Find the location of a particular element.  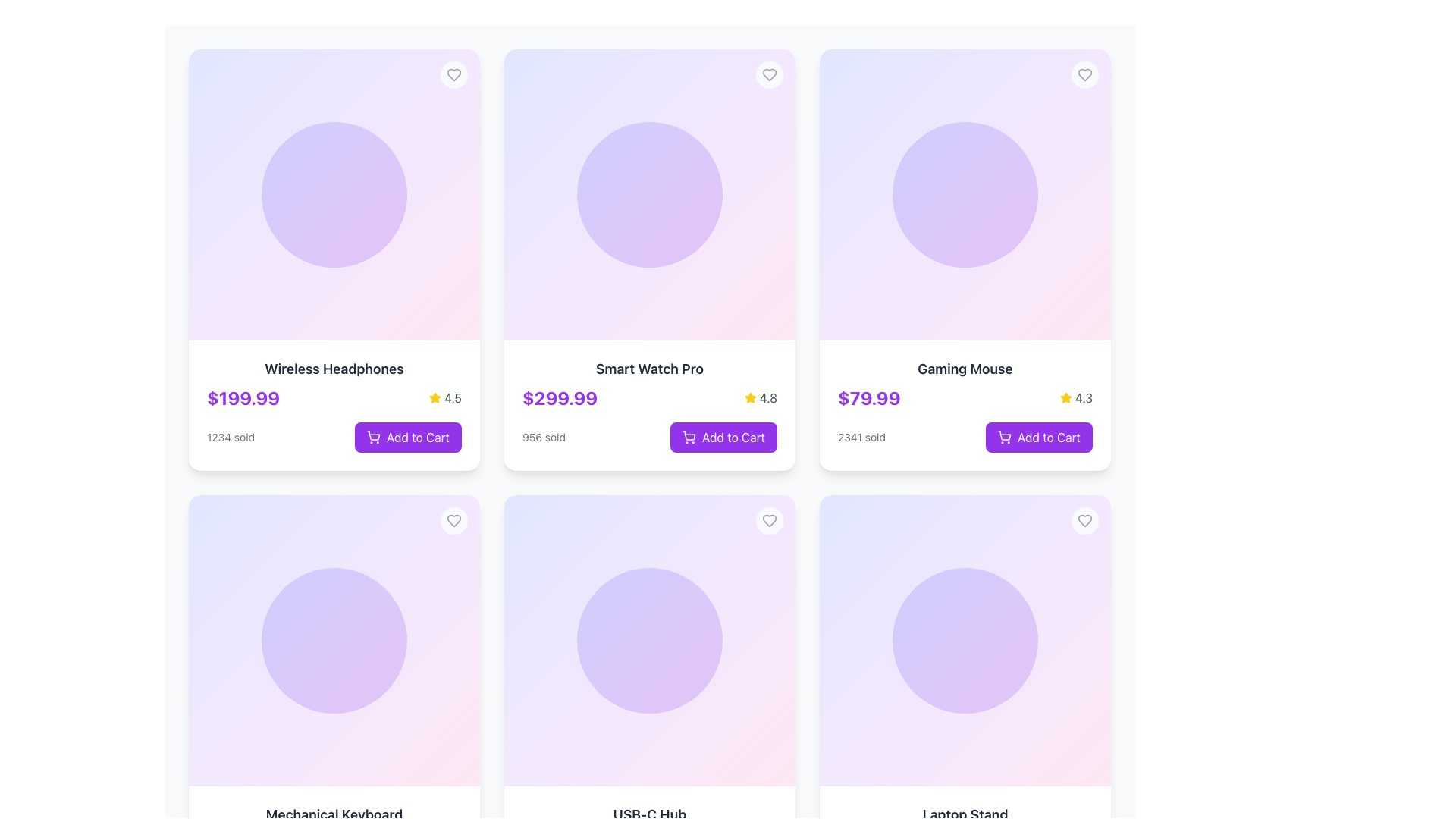

the product name displayed in the text label for 'Wireless Headphones', which is located at the top of the product card in the first column of the first row is located at coordinates (334, 369).